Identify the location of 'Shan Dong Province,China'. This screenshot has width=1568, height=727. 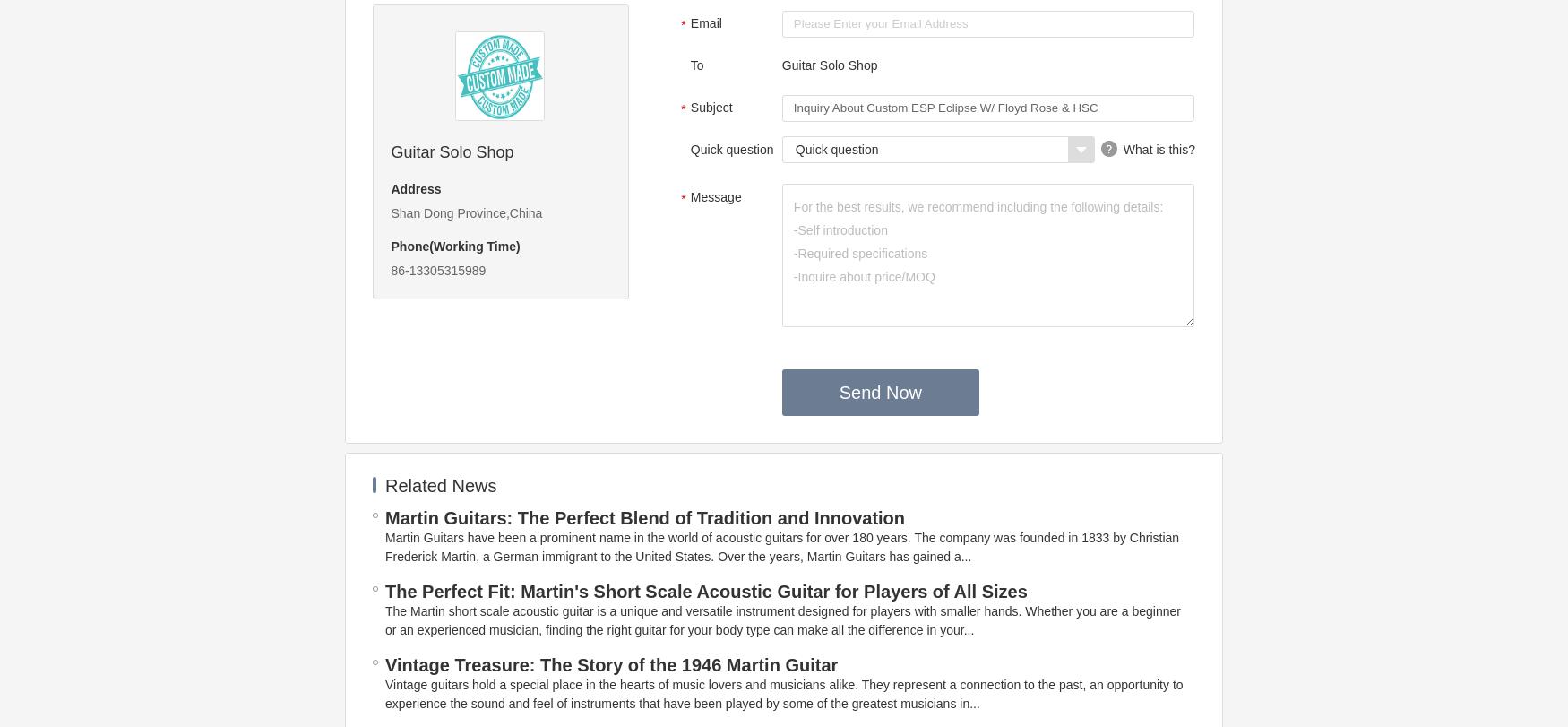
(465, 213).